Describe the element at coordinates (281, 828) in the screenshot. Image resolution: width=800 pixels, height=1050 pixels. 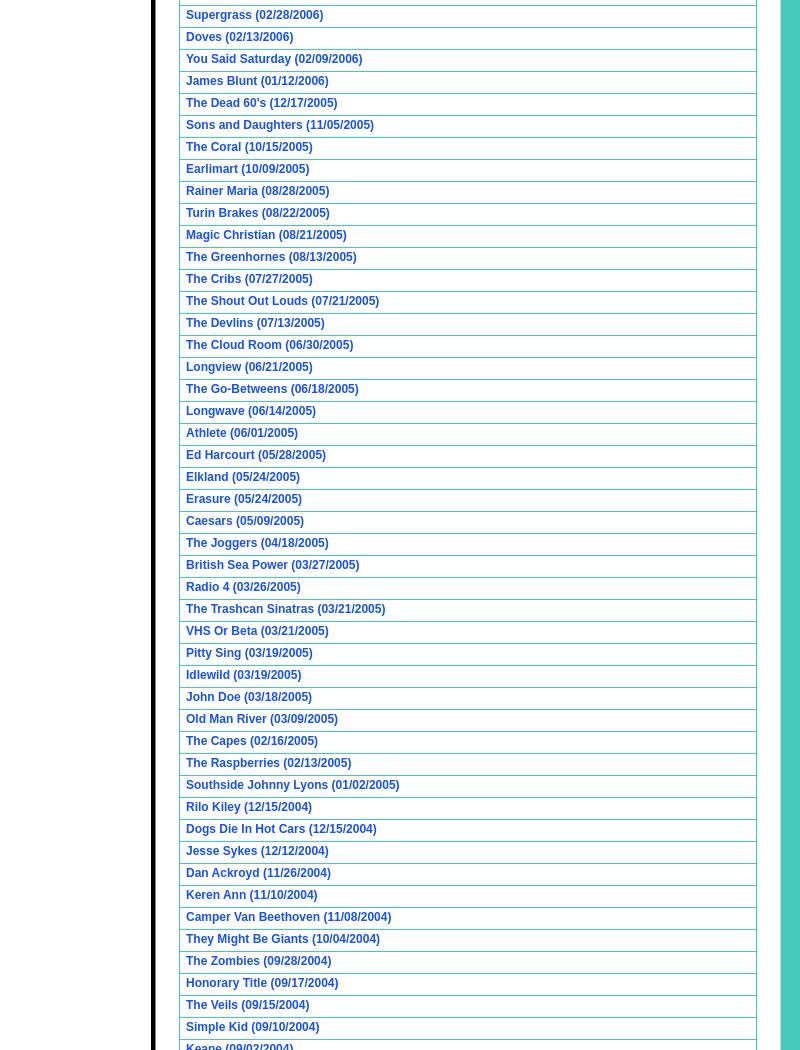
I see `'Dogs Die In Hot Cars (12/15/2004)'` at that location.